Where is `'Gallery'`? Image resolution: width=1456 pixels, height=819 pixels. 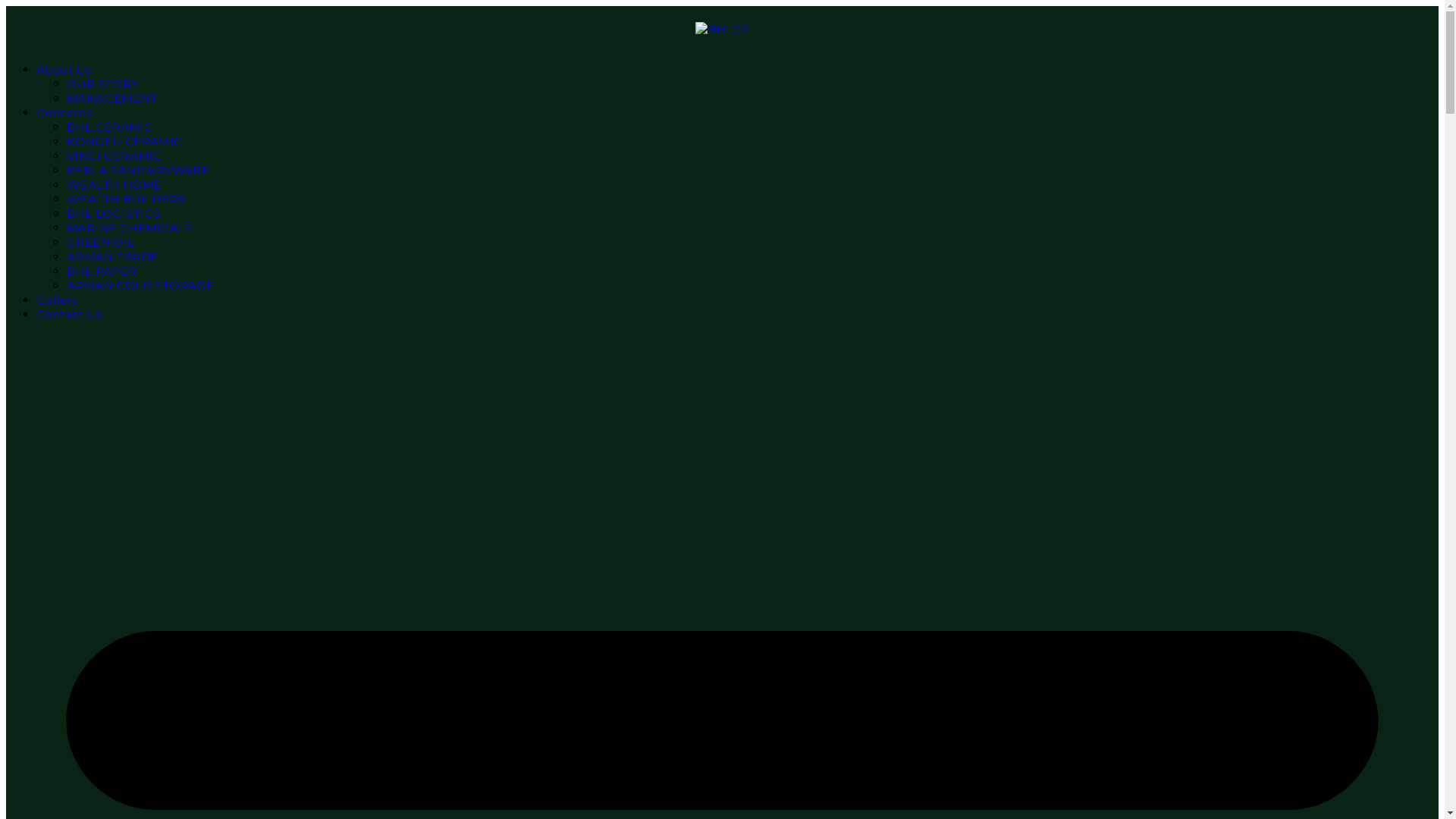
'Gallery' is located at coordinates (57, 300).